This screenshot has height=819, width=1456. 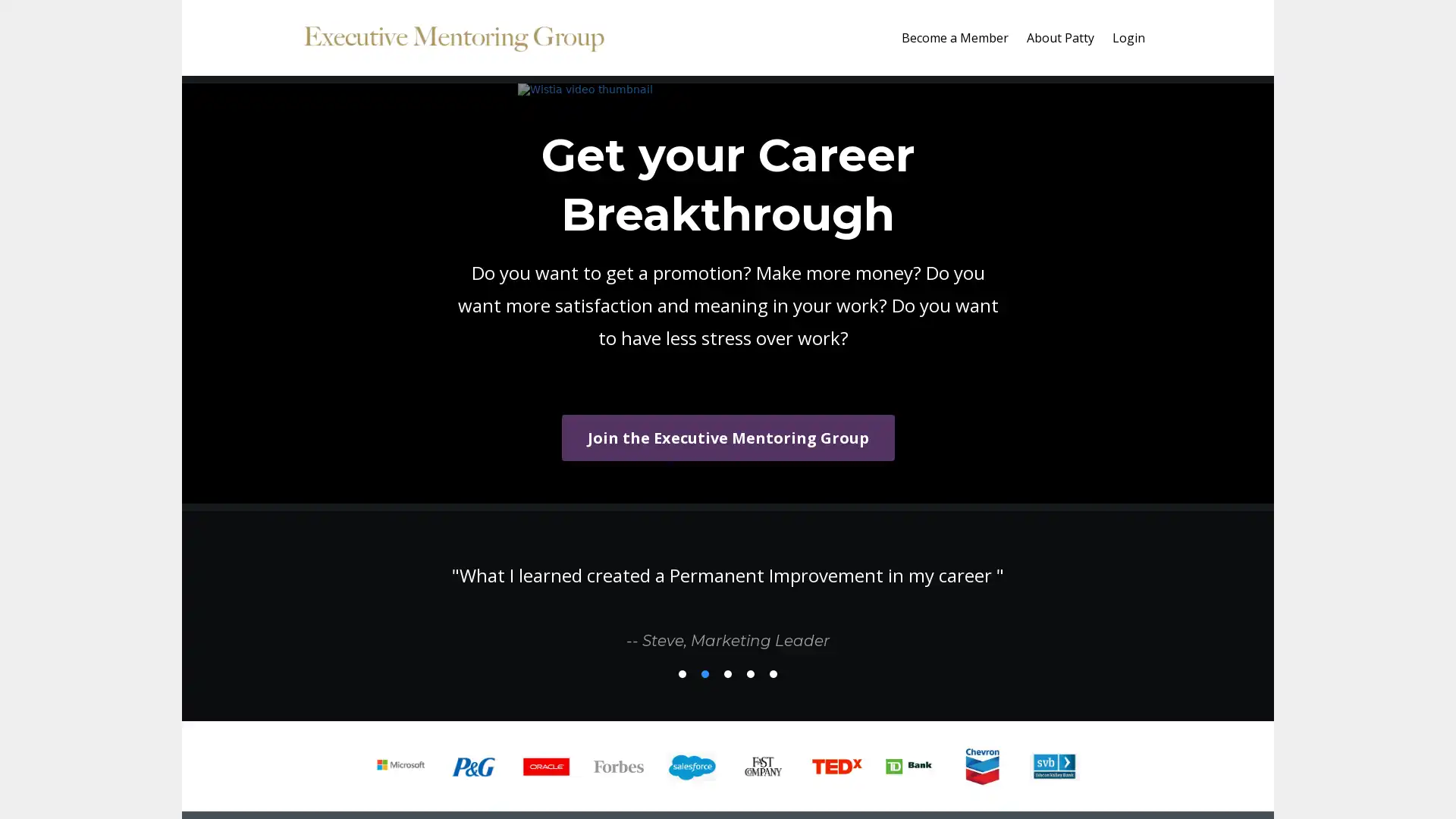 I want to click on 1, so click(x=682, y=672).